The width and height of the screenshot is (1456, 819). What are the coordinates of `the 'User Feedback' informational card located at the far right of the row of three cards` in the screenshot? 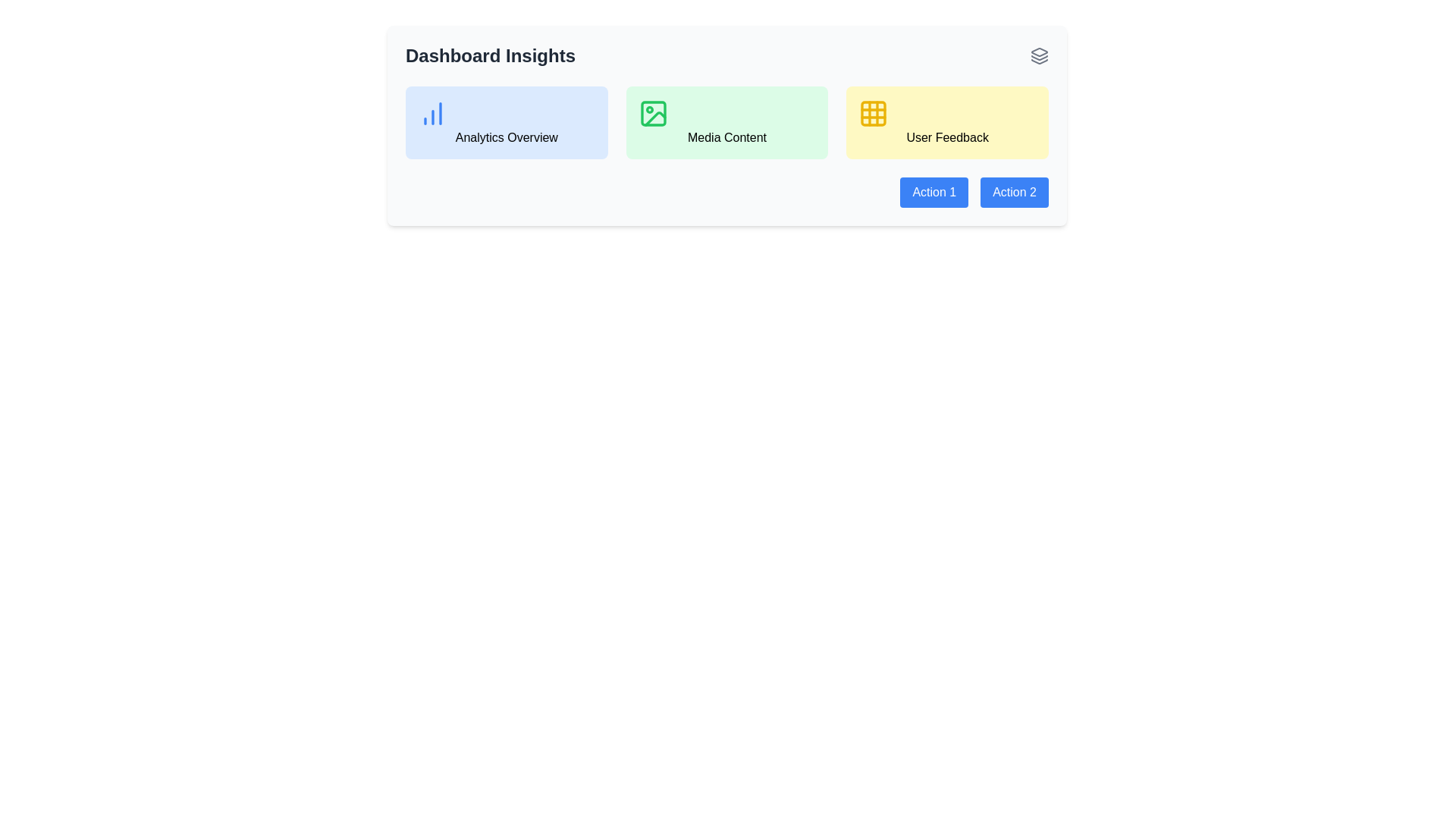 It's located at (946, 122).